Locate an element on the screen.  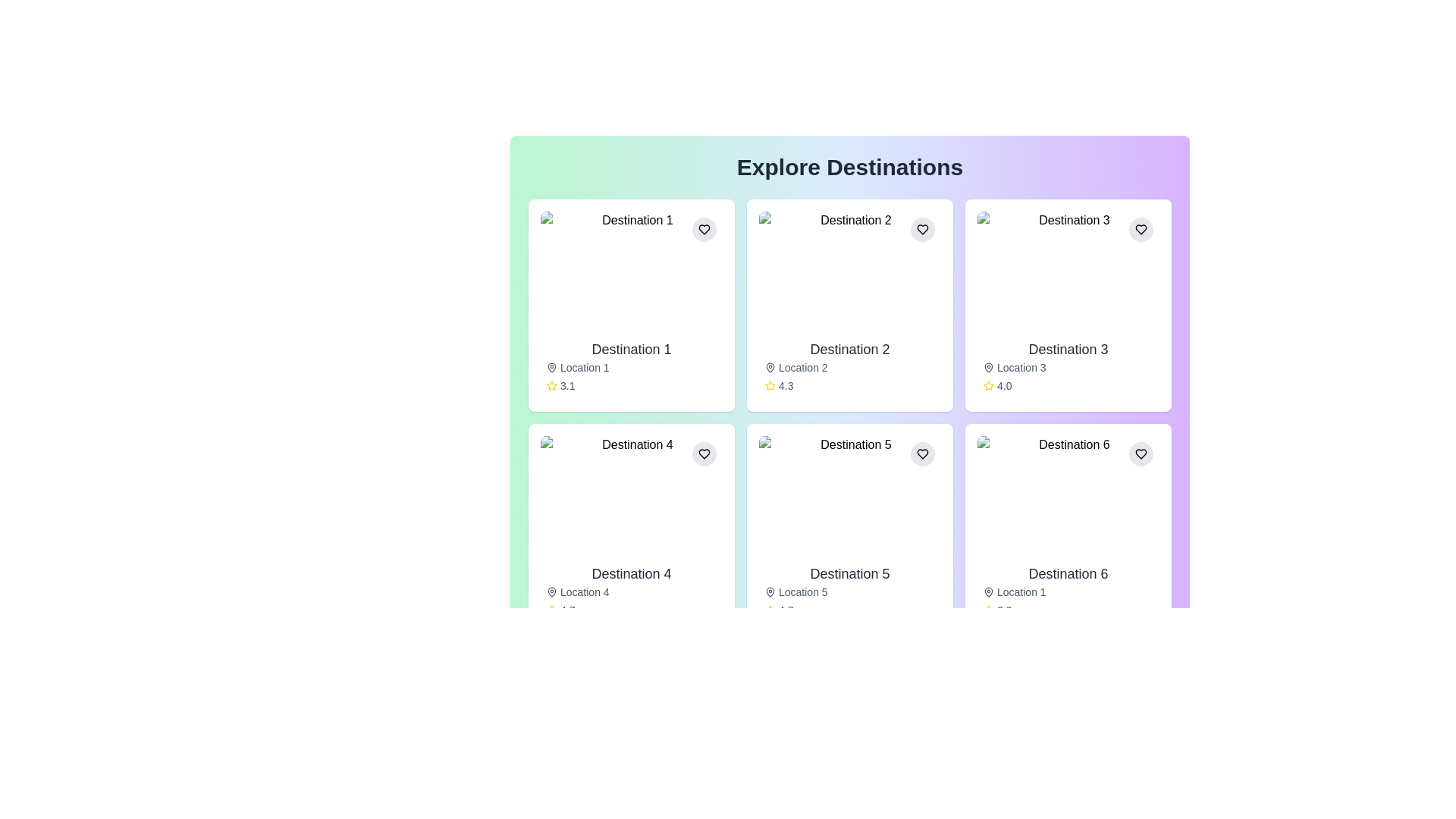
the heart-shaped interactive button is located at coordinates (1141, 453).